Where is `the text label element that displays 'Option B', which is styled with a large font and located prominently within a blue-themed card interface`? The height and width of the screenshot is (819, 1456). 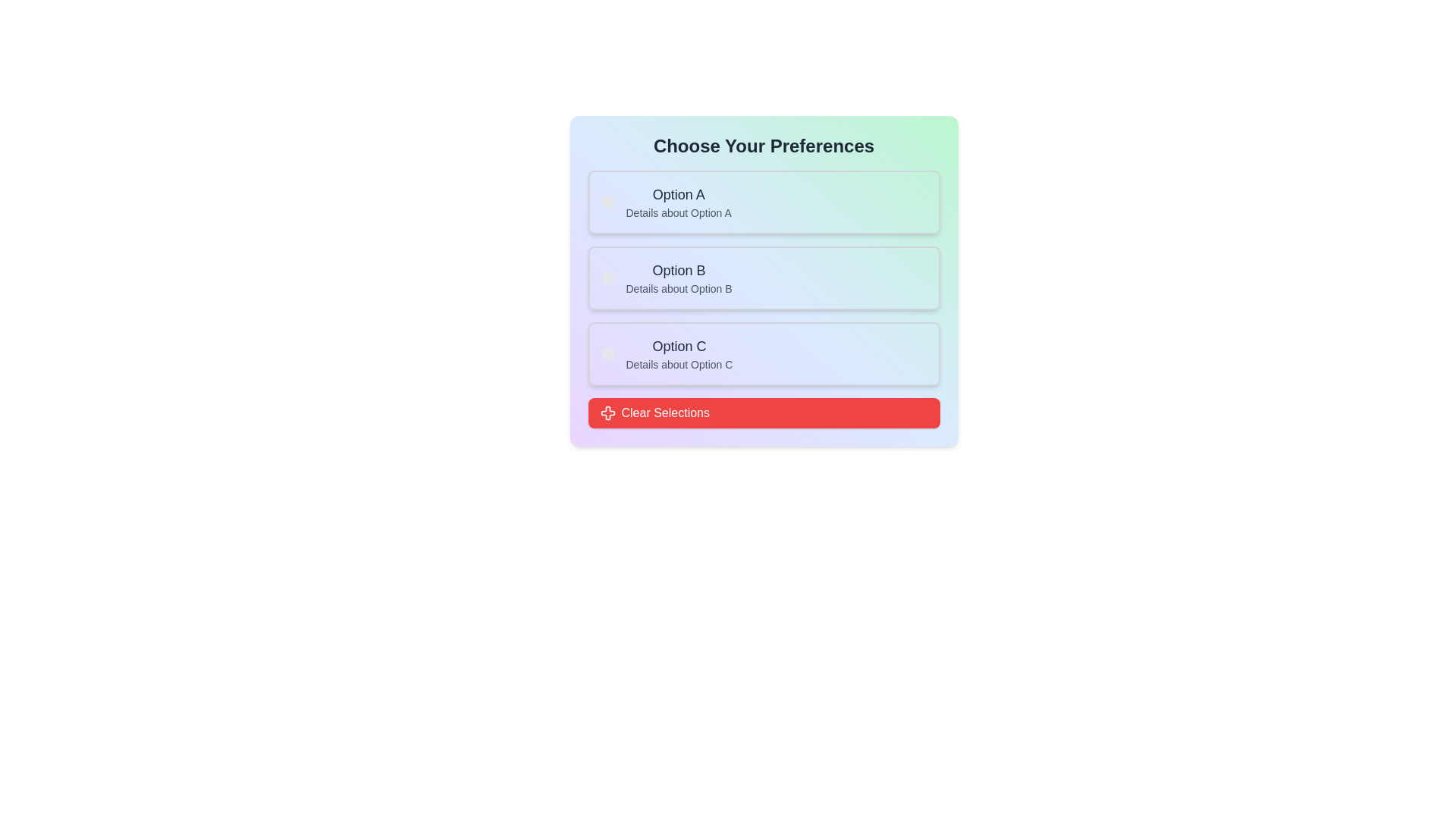 the text label element that displays 'Option B', which is styled with a large font and located prominently within a blue-themed card interface is located at coordinates (678, 270).